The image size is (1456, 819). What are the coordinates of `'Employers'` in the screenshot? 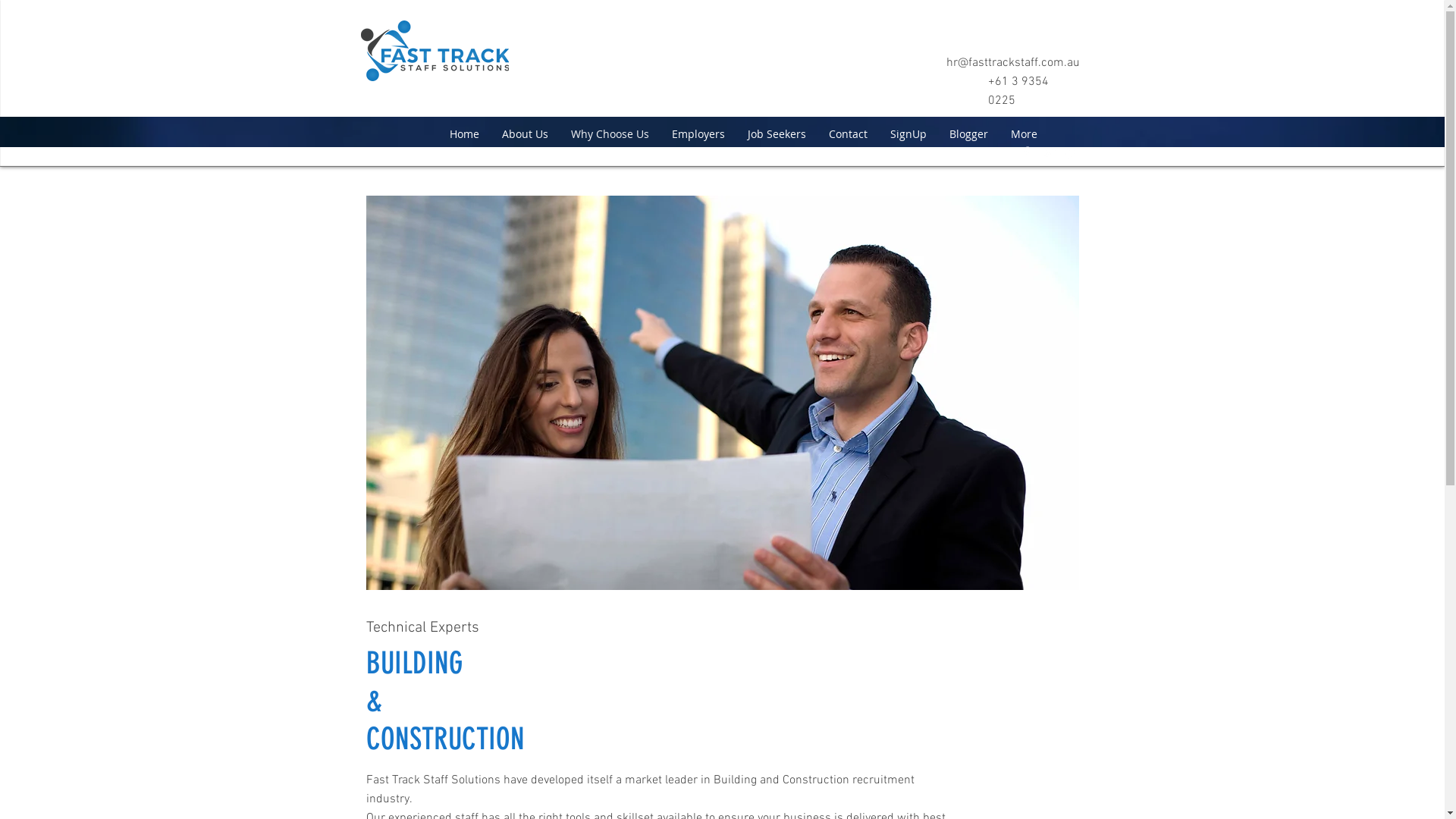 It's located at (659, 133).